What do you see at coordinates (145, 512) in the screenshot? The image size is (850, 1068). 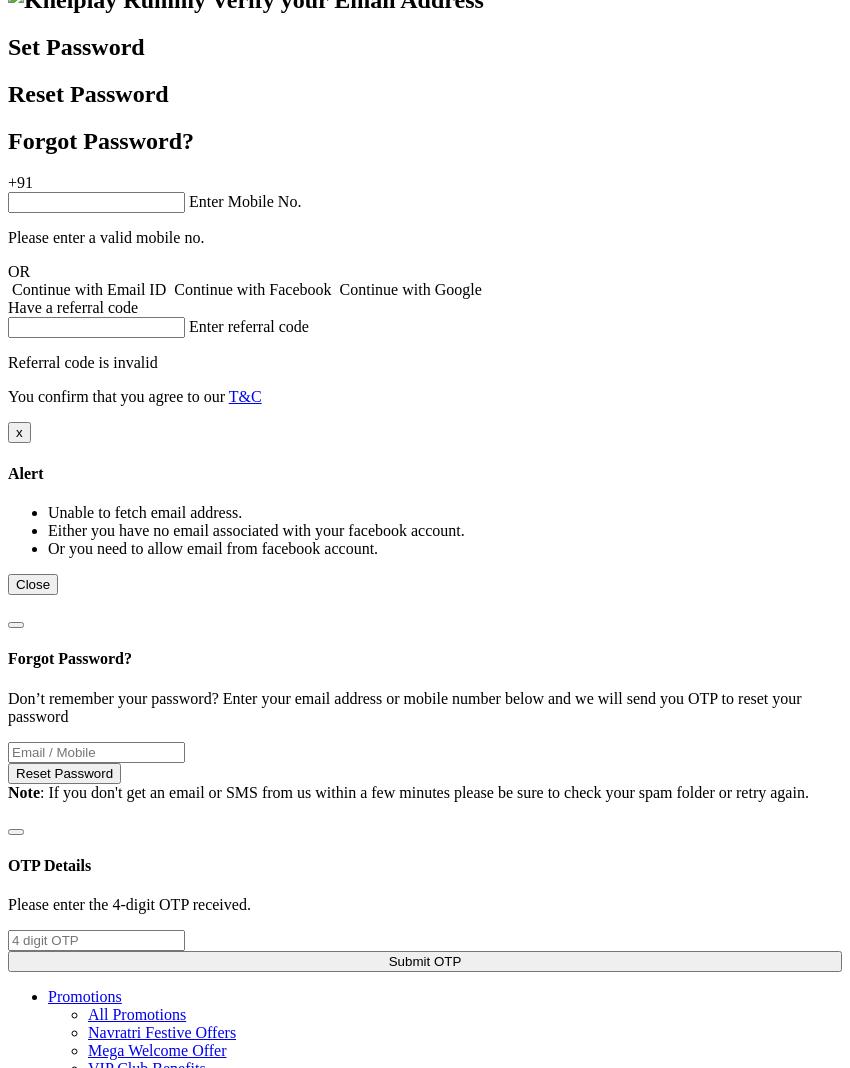 I see `'Unable to fetch email address.'` at bounding box center [145, 512].